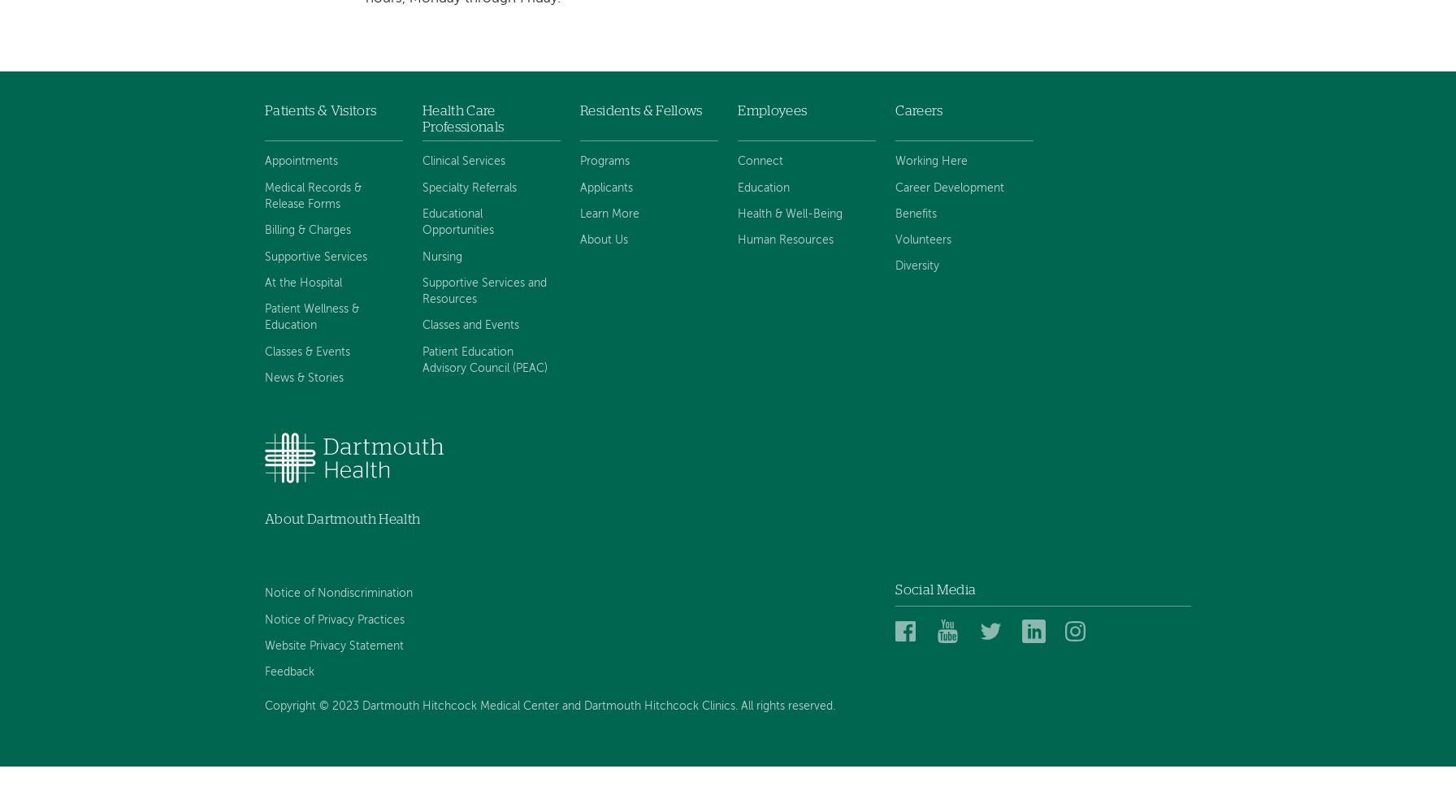 This screenshot has height=812, width=1456. What do you see at coordinates (308, 231) in the screenshot?
I see `'Billing & Charges'` at bounding box center [308, 231].